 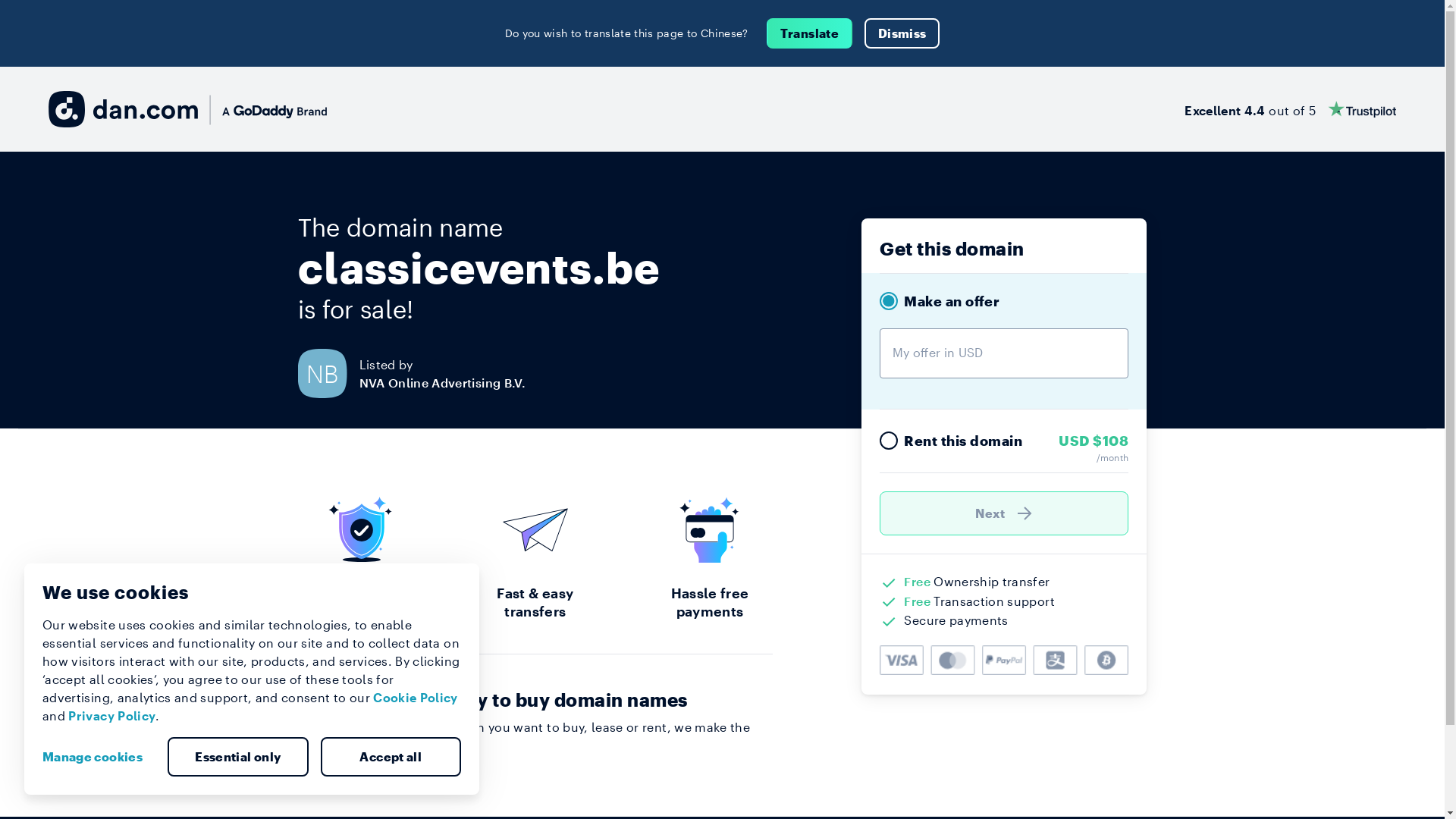 I want to click on 'Dismiss', so click(x=864, y=33).